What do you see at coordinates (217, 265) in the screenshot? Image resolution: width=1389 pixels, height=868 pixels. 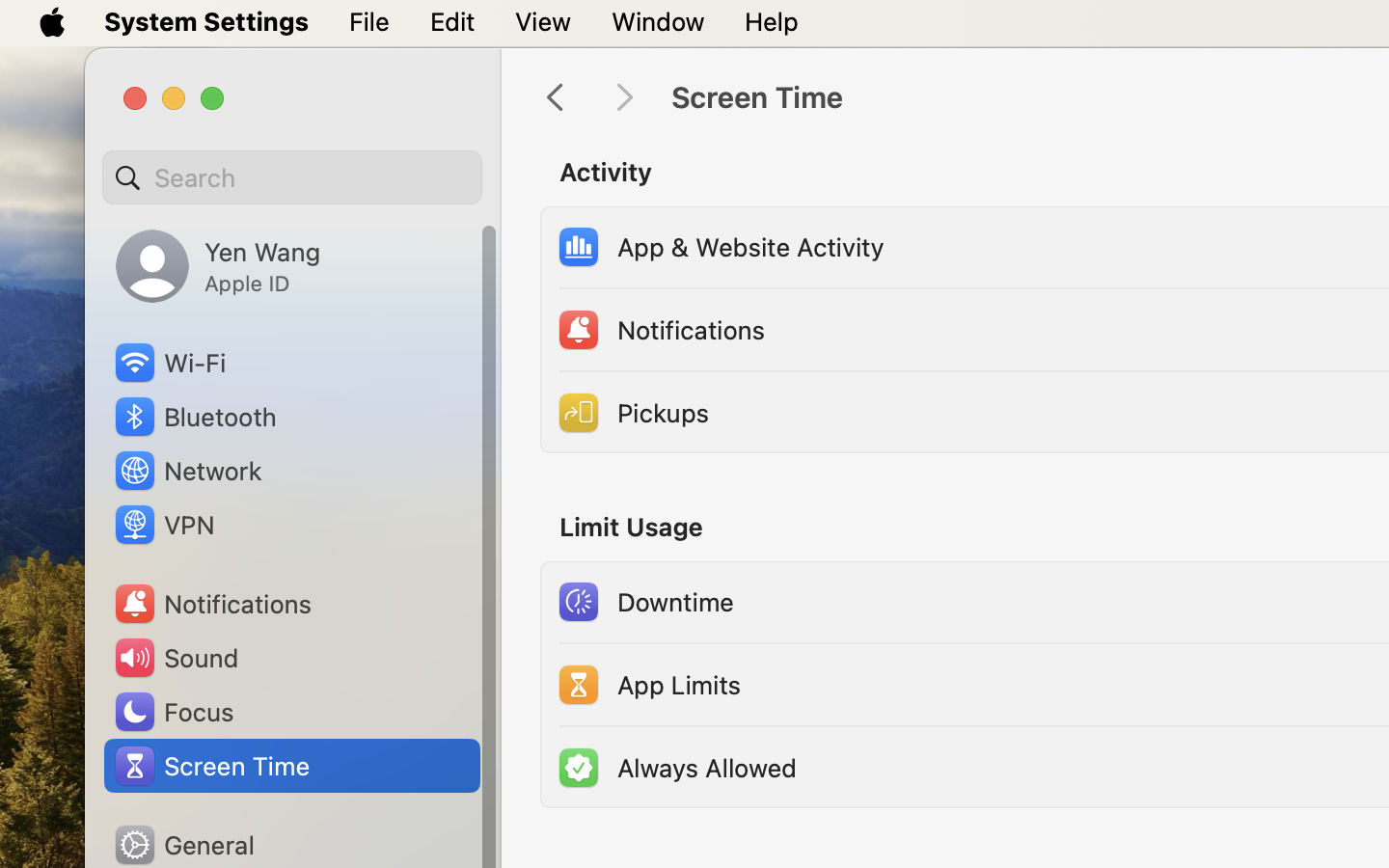 I see `'Yen Wang, Apple ID'` at bounding box center [217, 265].